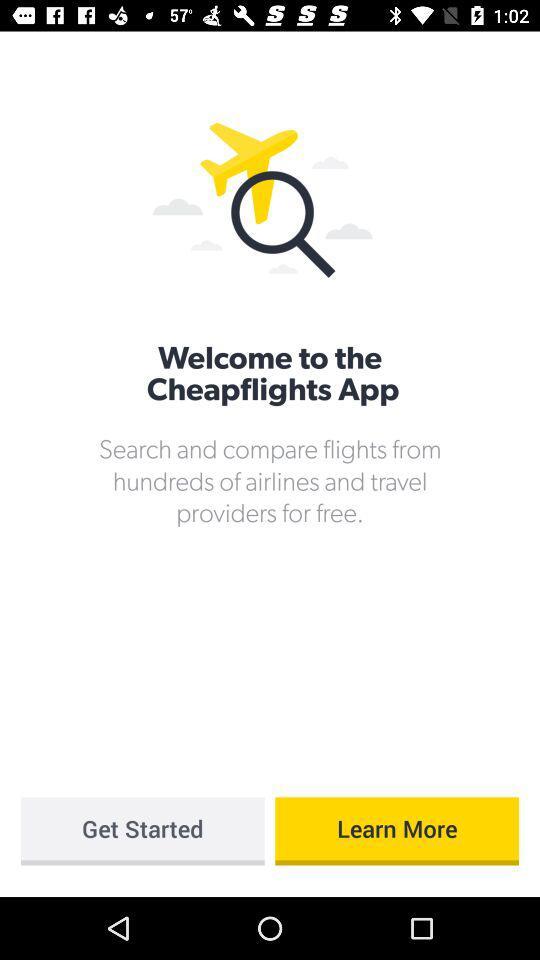  What do you see at coordinates (141, 831) in the screenshot?
I see `icon below search and compare item` at bounding box center [141, 831].